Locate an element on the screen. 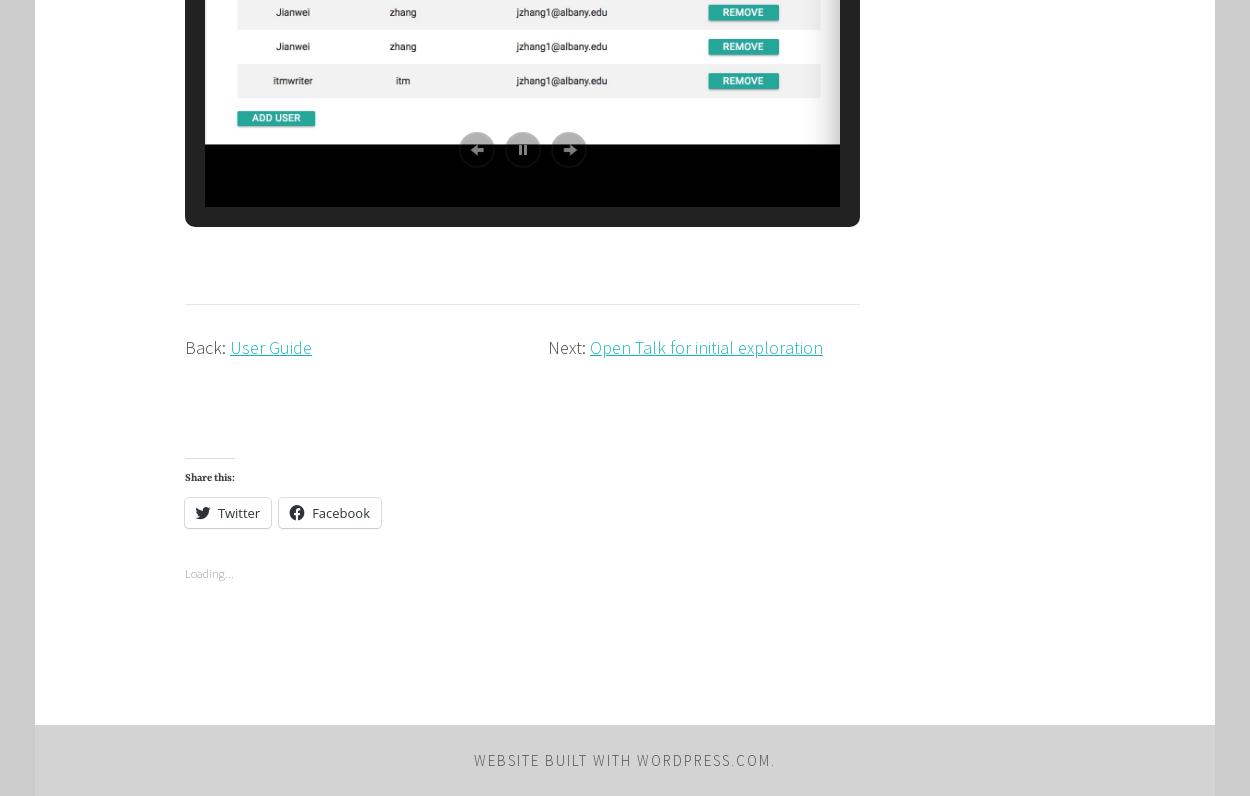  'User Guide' is located at coordinates (271, 346).